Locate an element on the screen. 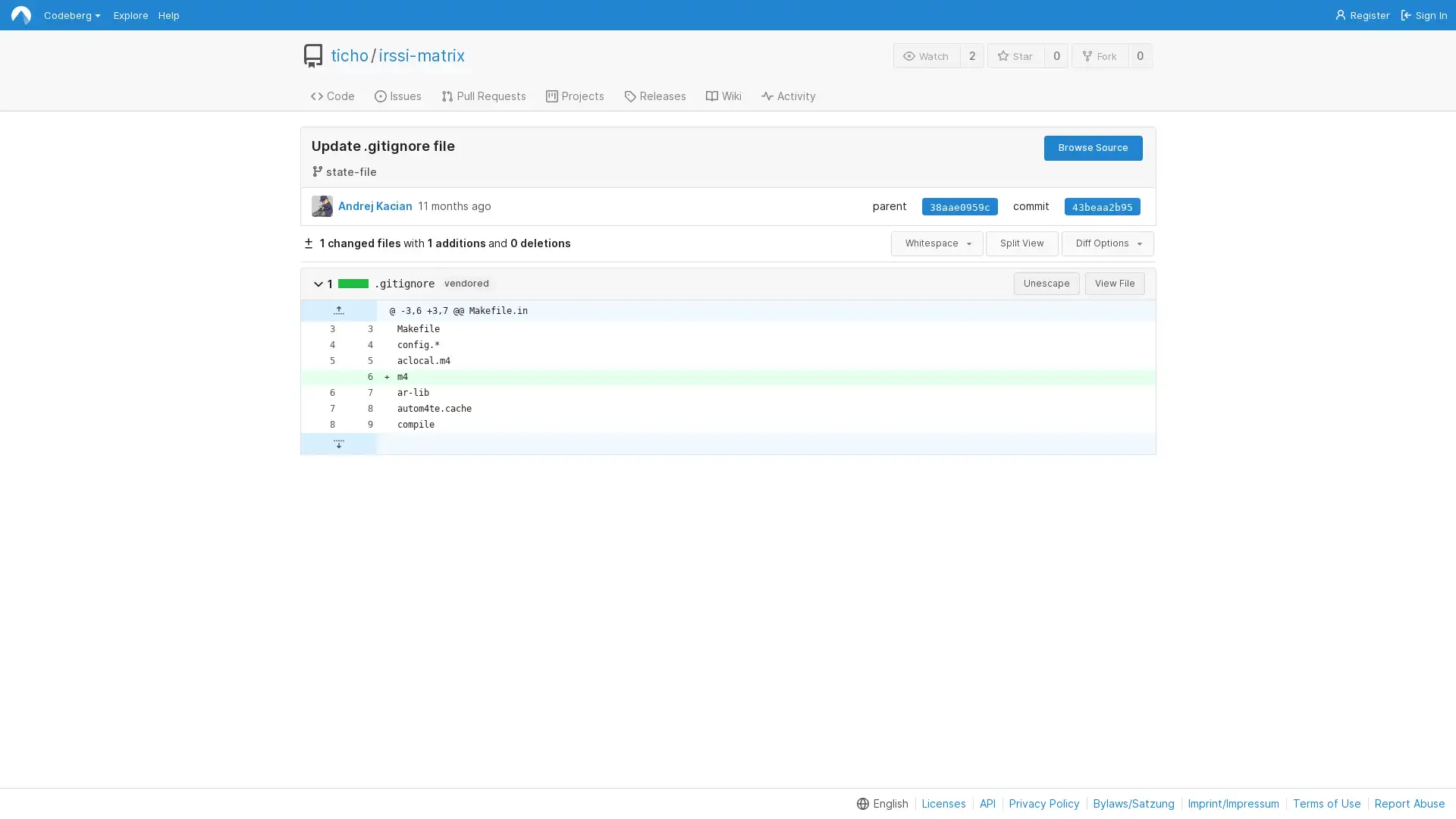 The width and height of the screenshot is (1456, 819). Watch is located at coordinates (926, 55).